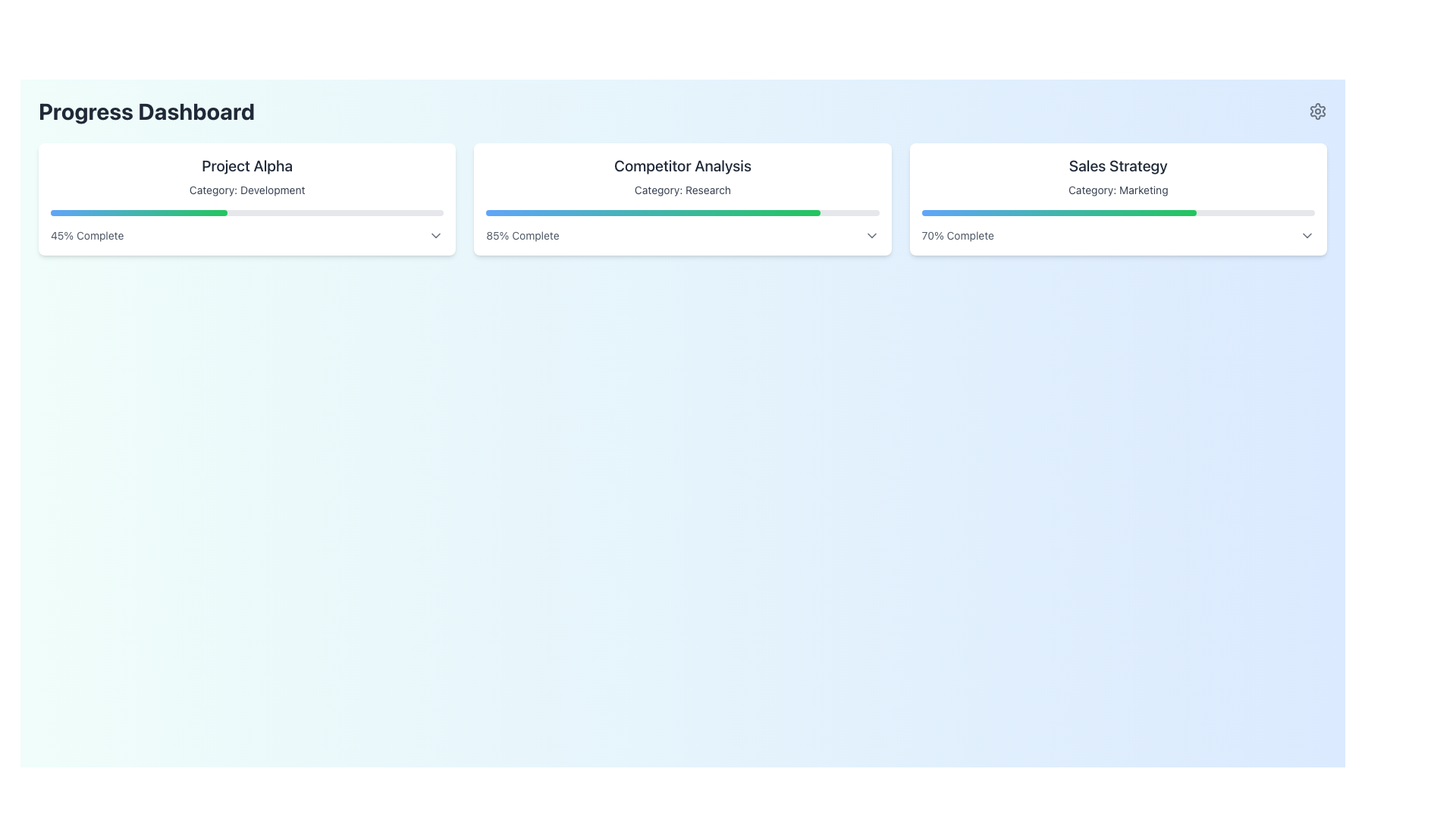 Image resolution: width=1456 pixels, height=819 pixels. What do you see at coordinates (1306, 236) in the screenshot?
I see `the chevron icon button located in the bottom-right section of the 'Sales Strategy' progress card` at bounding box center [1306, 236].